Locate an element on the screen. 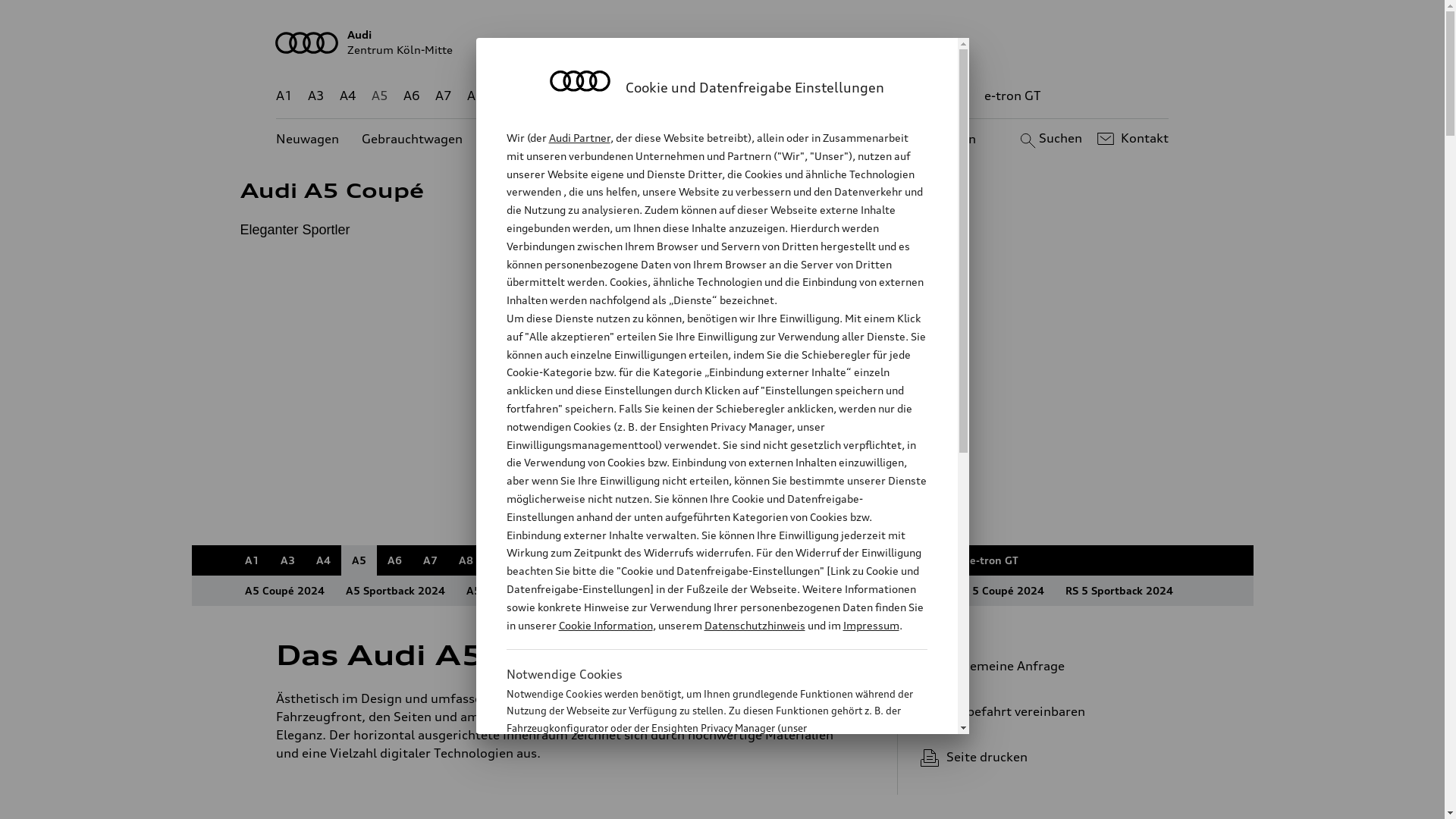  'RS 5 Sportback 2024' is located at coordinates (1053, 590).